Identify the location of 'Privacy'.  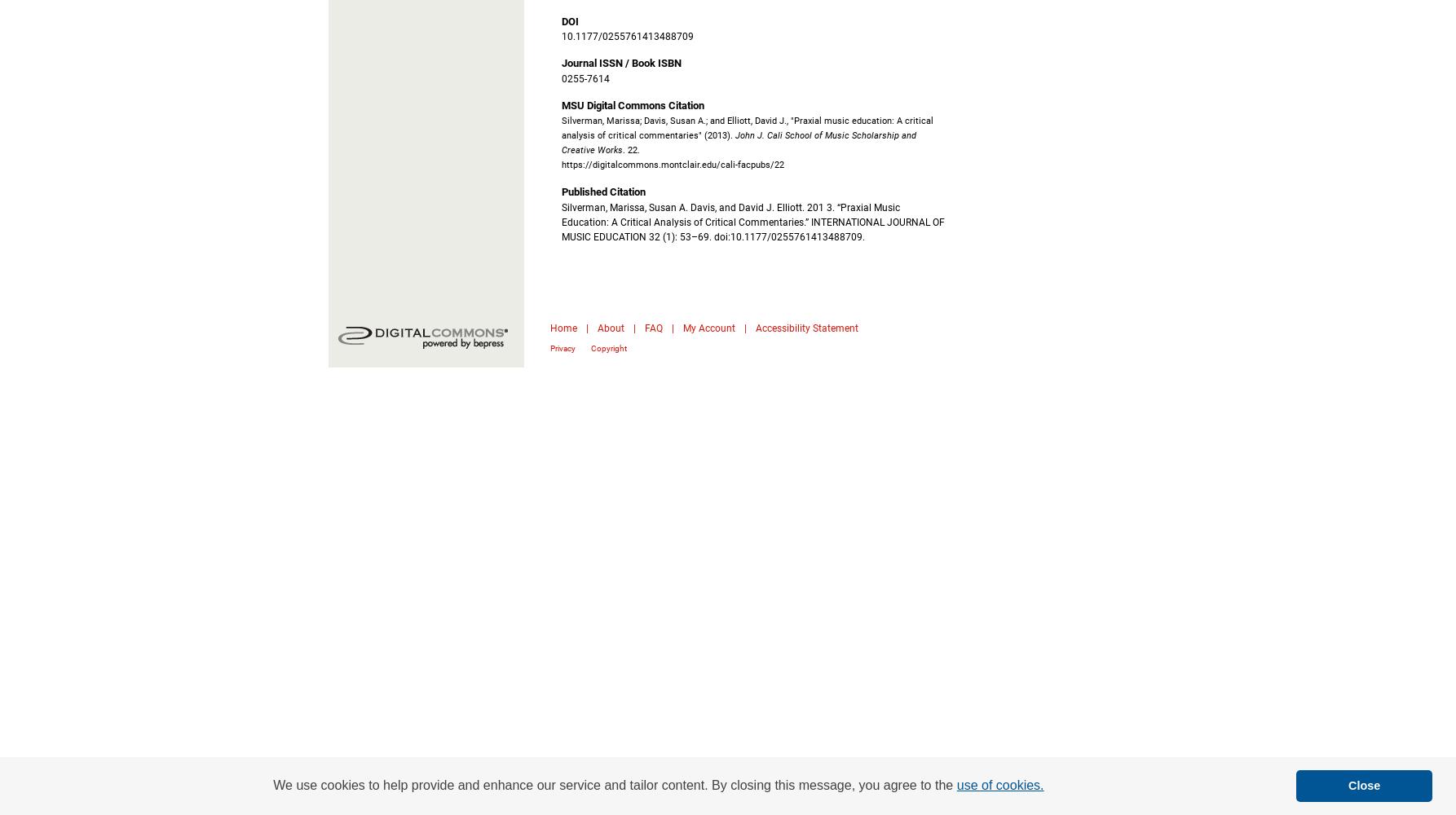
(563, 347).